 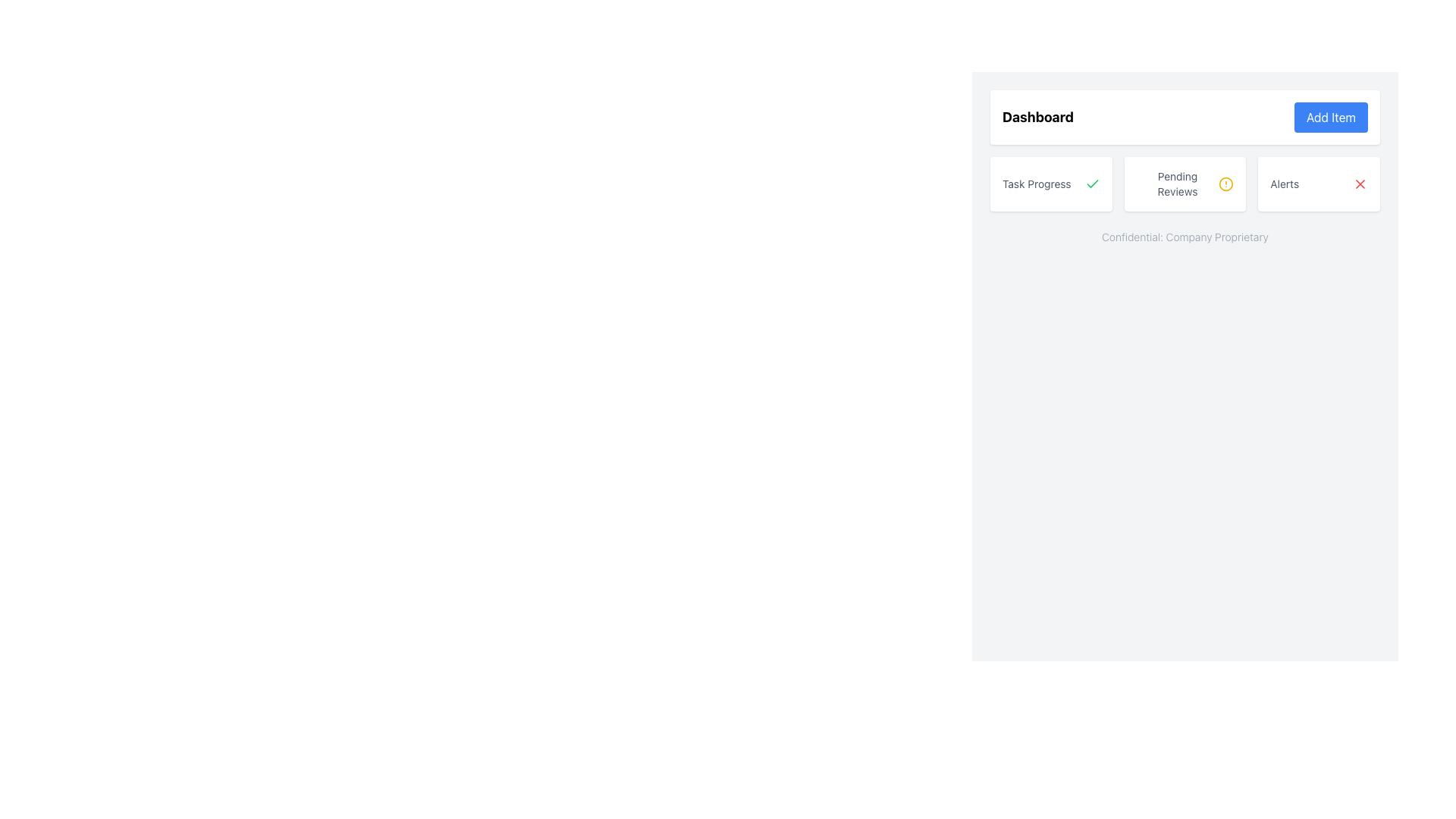 What do you see at coordinates (1226, 184) in the screenshot?
I see `the warning icon located to the right of the 'Pending Reviews' text, which indicates notifications related to pending reviews` at bounding box center [1226, 184].